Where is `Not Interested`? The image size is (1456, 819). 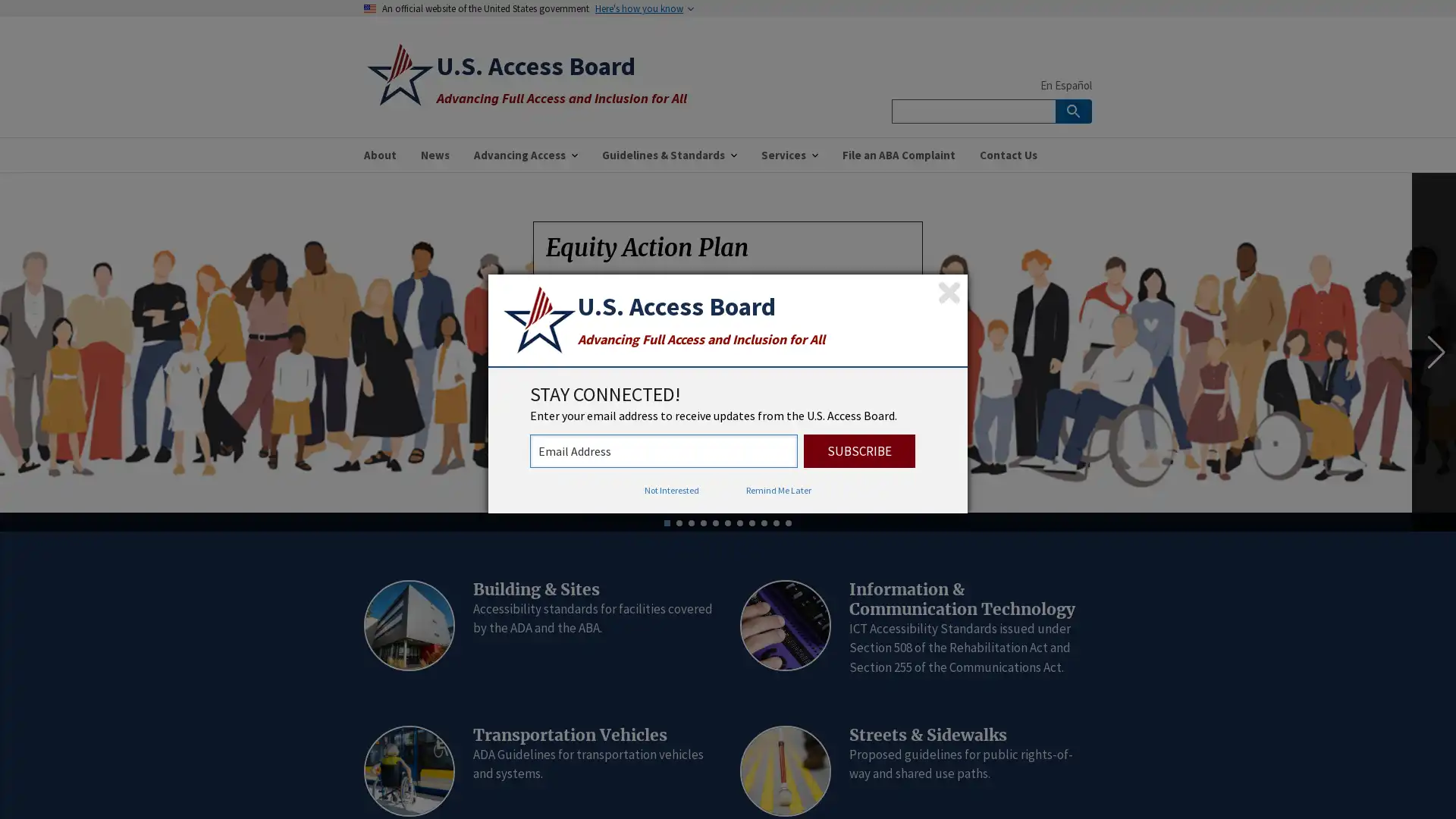 Not Interested is located at coordinates (671, 491).